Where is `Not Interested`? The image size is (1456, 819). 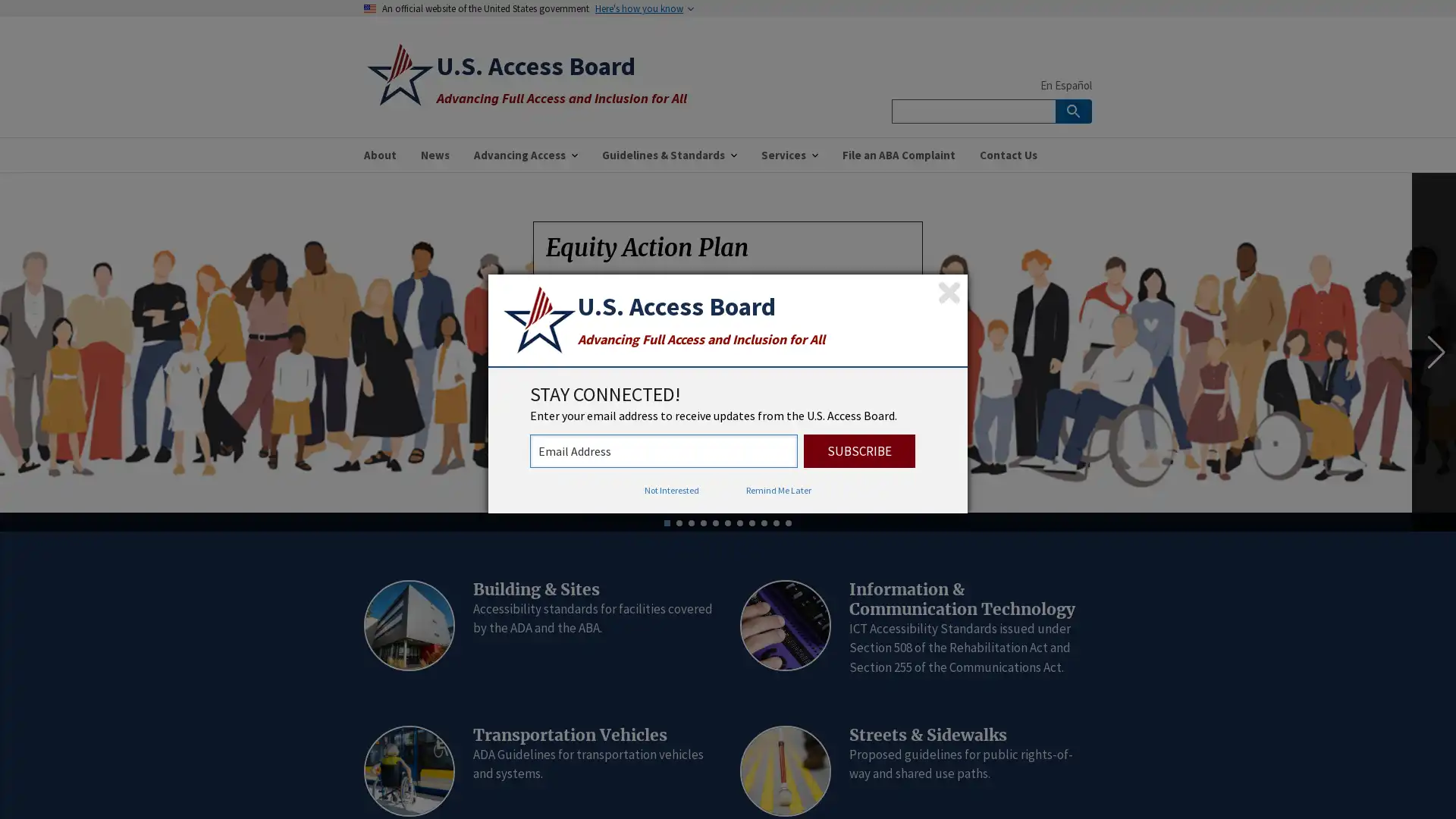 Not Interested is located at coordinates (671, 491).